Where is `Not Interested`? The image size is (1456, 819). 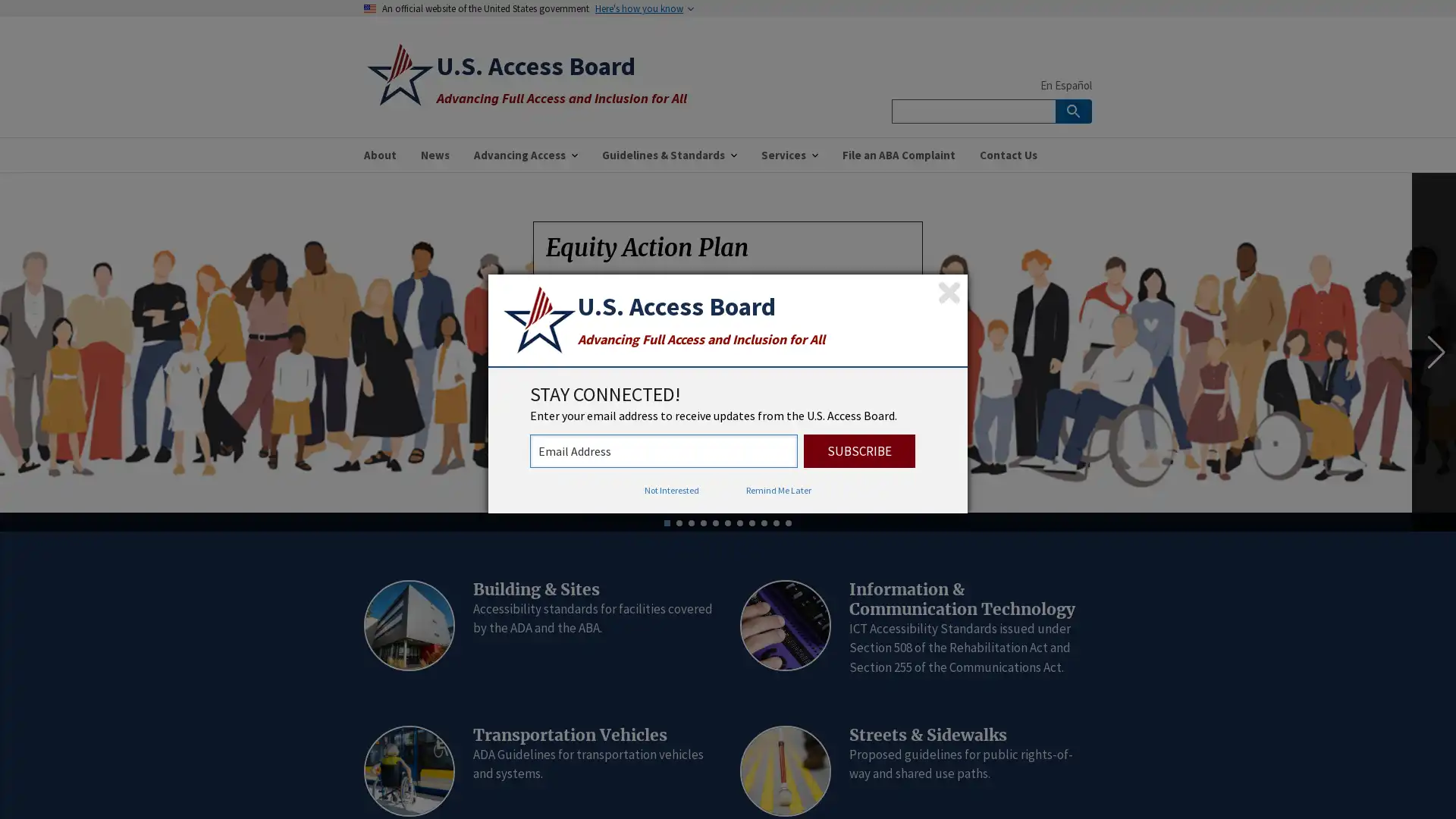 Not Interested is located at coordinates (671, 491).